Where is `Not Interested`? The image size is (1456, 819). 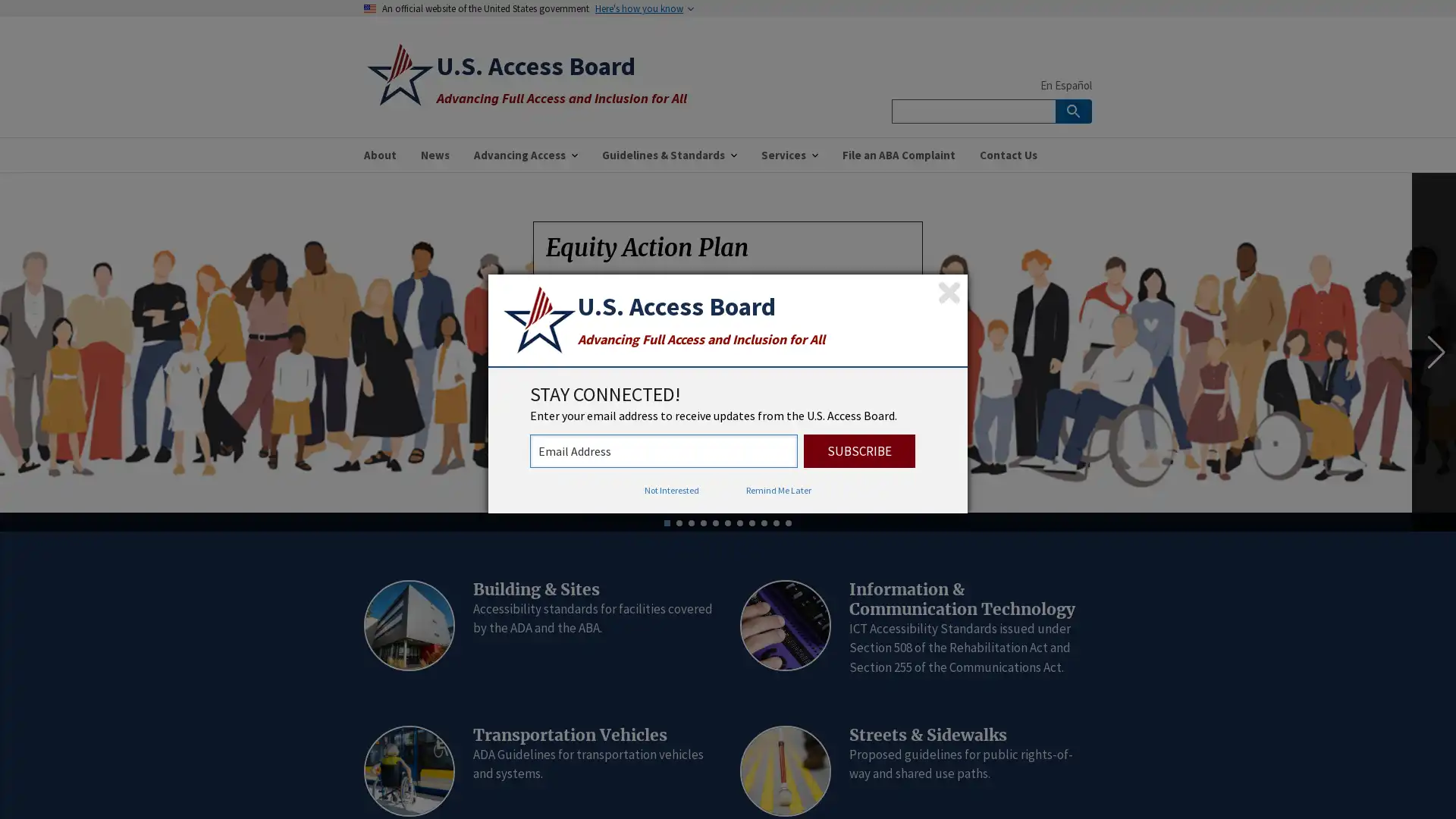 Not Interested is located at coordinates (671, 491).